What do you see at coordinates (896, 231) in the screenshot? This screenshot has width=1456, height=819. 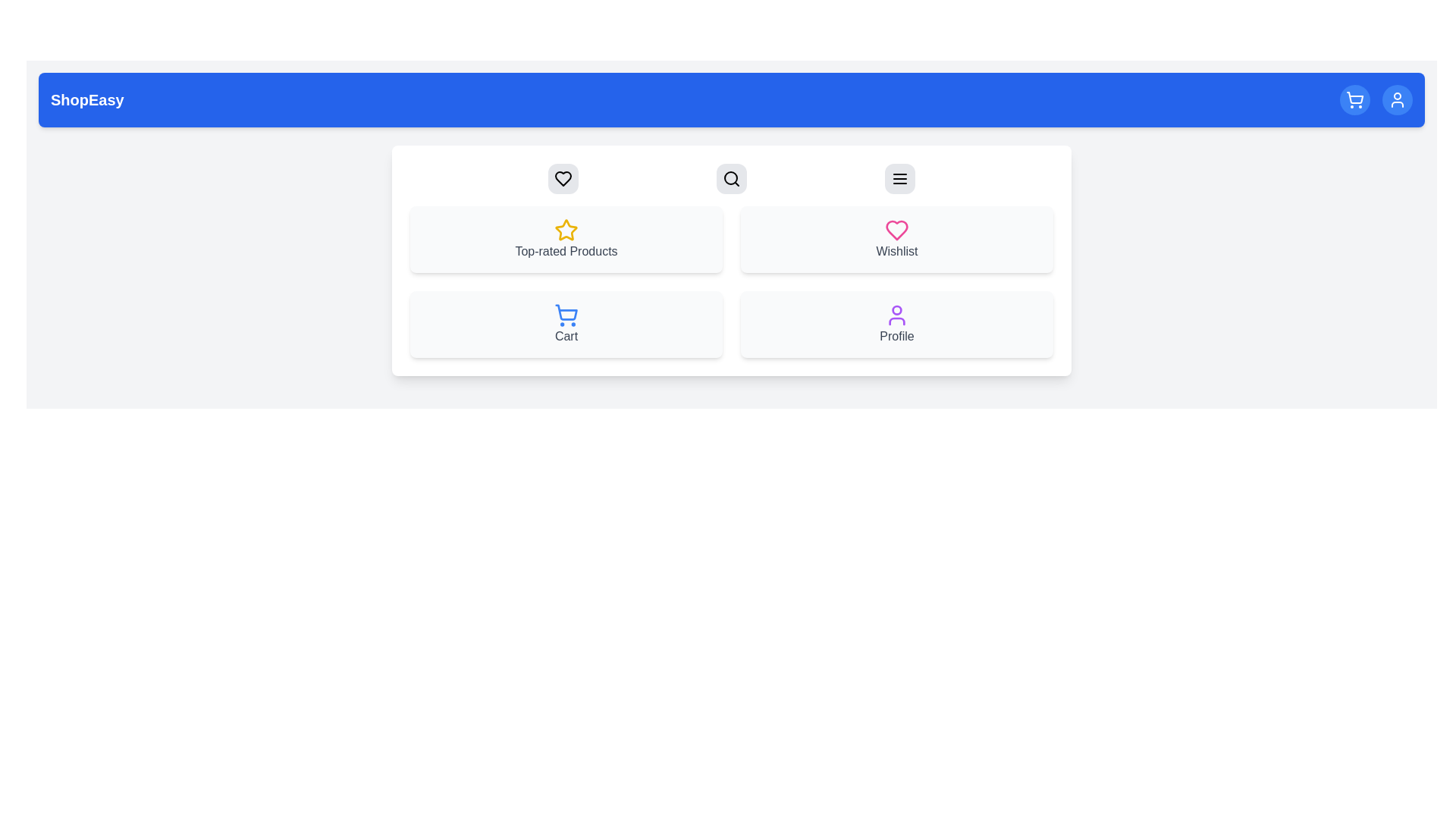 I see `the heart-shaped icon with a pink outline that represents the 'Wishlist' feature` at bounding box center [896, 231].